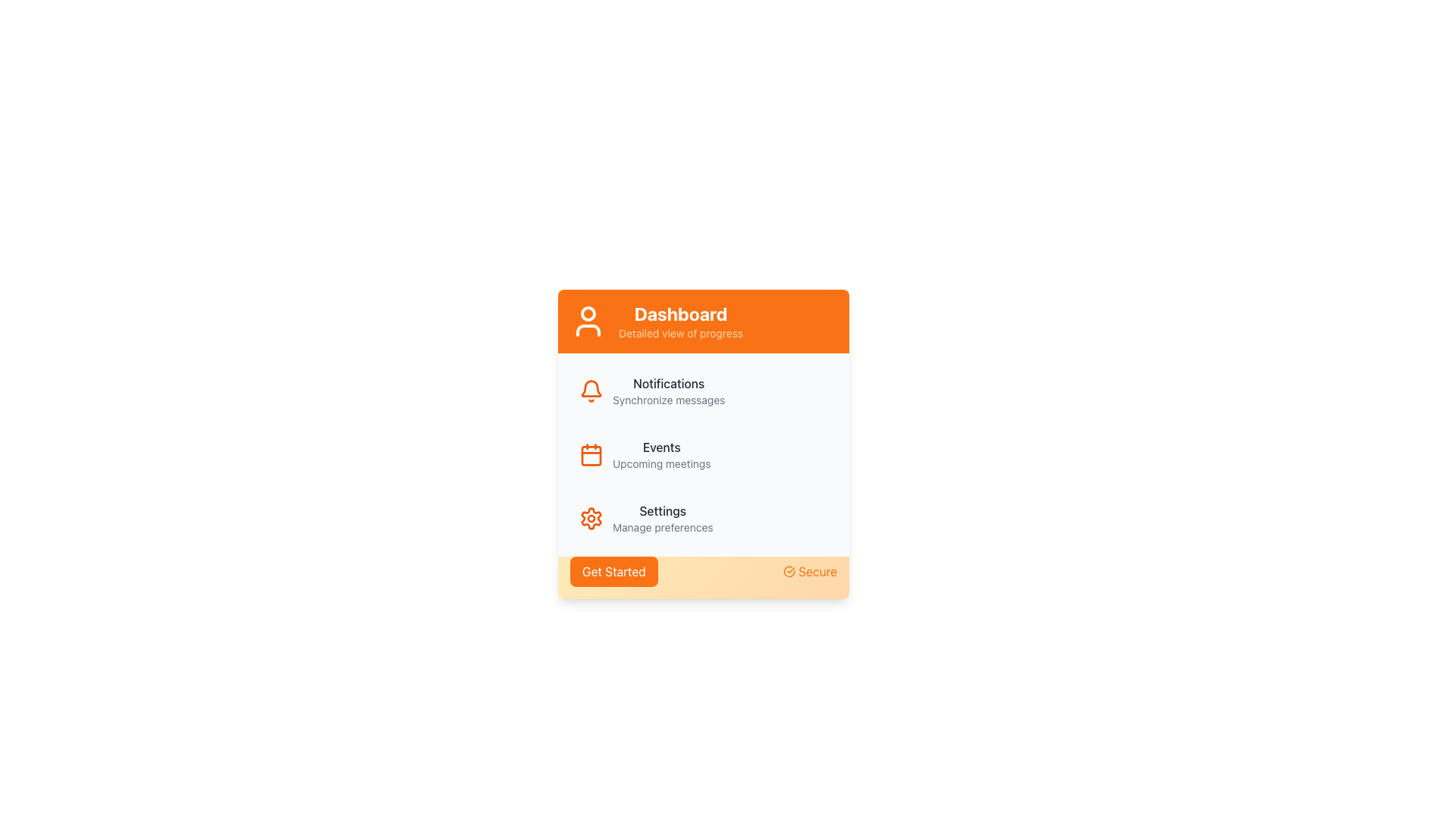 The width and height of the screenshot is (1456, 819). What do you see at coordinates (588, 321) in the screenshot?
I see `the user profile icon located at the top-left corner of the Dashboard card, which serves as a visual aid for identifying the Dashboard section` at bounding box center [588, 321].